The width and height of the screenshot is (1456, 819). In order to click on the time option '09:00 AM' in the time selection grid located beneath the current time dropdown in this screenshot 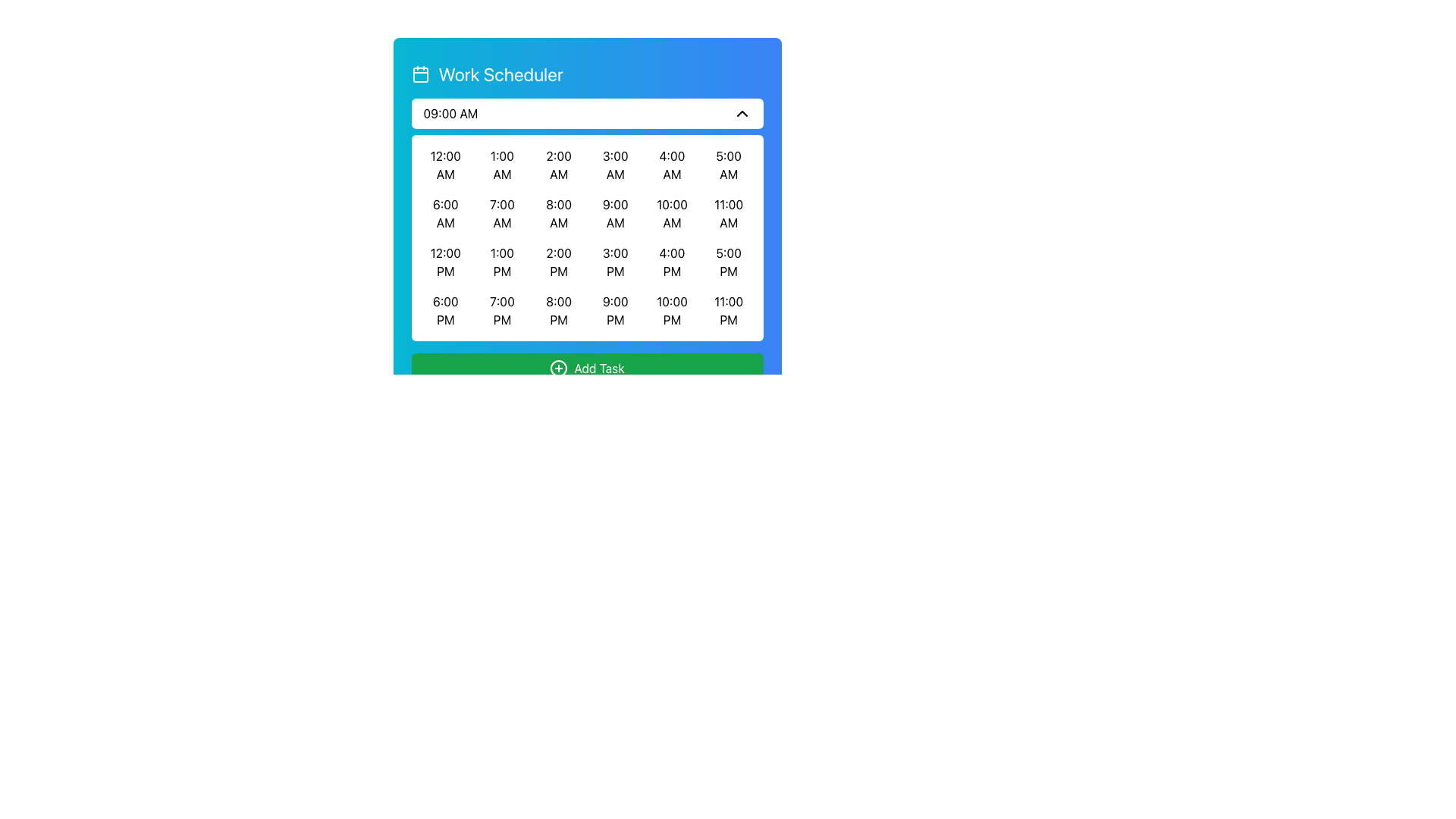, I will do `click(586, 219)`.